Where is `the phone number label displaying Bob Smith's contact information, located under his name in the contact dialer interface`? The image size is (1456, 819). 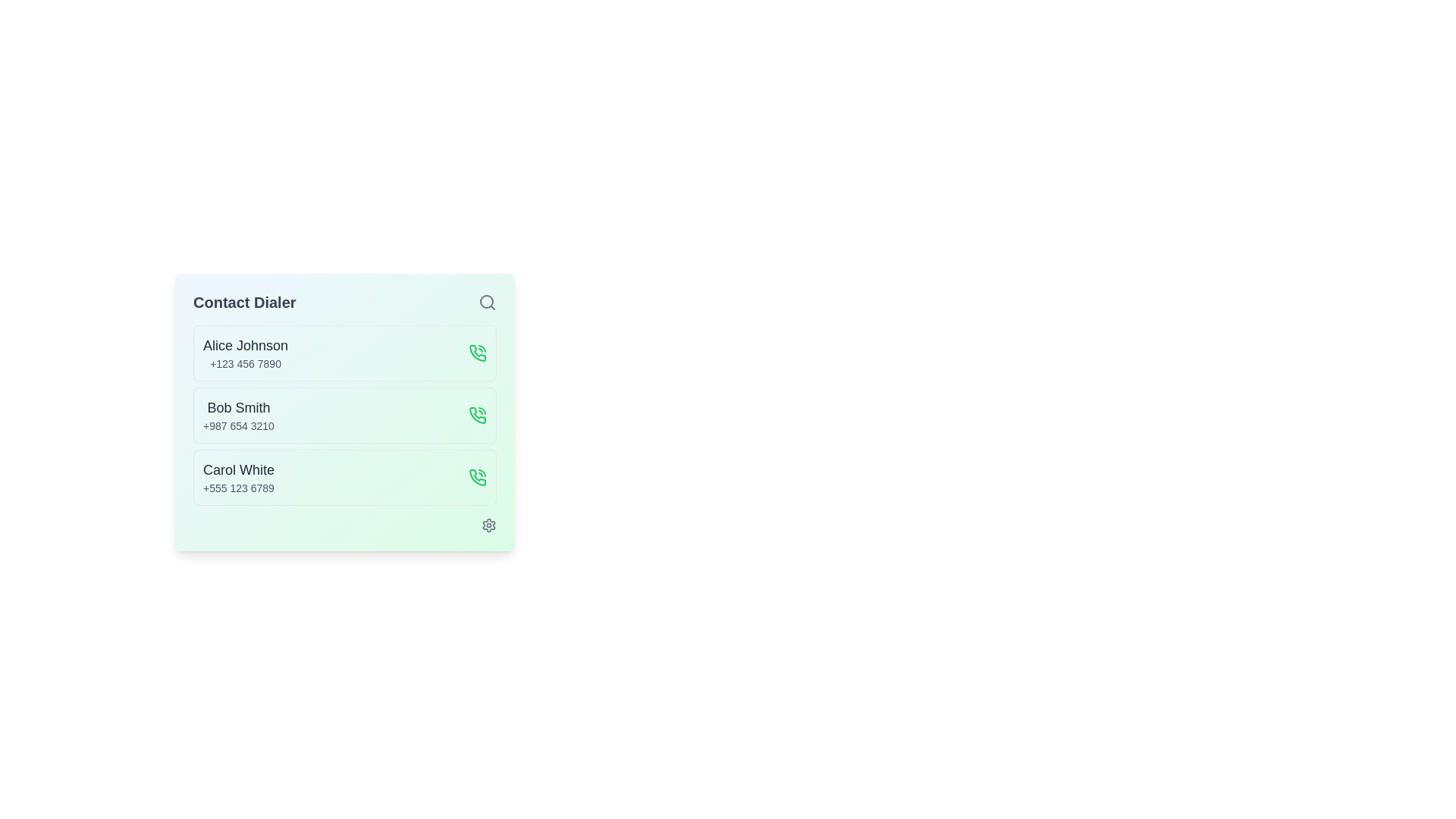 the phone number label displaying Bob Smith's contact information, located under his name in the contact dialer interface is located at coordinates (237, 426).